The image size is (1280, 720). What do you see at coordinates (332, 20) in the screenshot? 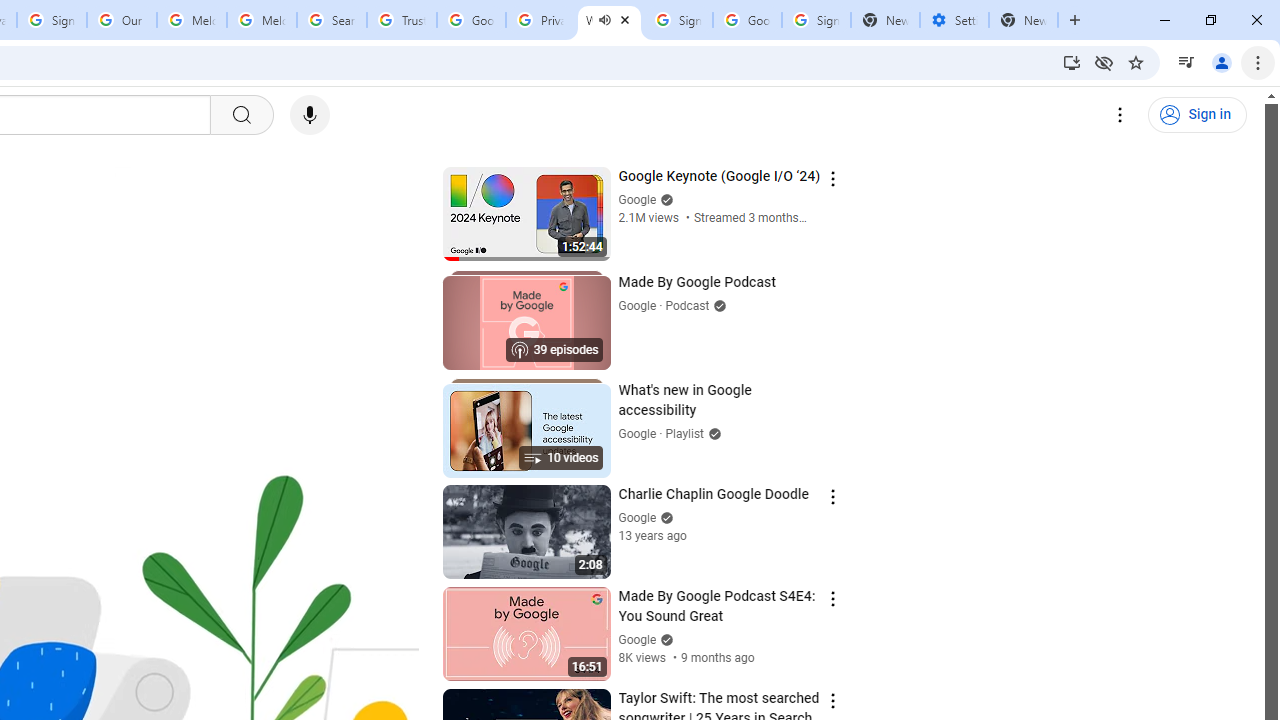
I see `'Search our Doodle Library Collection - Google Doodles'` at bounding box center [332, 20].